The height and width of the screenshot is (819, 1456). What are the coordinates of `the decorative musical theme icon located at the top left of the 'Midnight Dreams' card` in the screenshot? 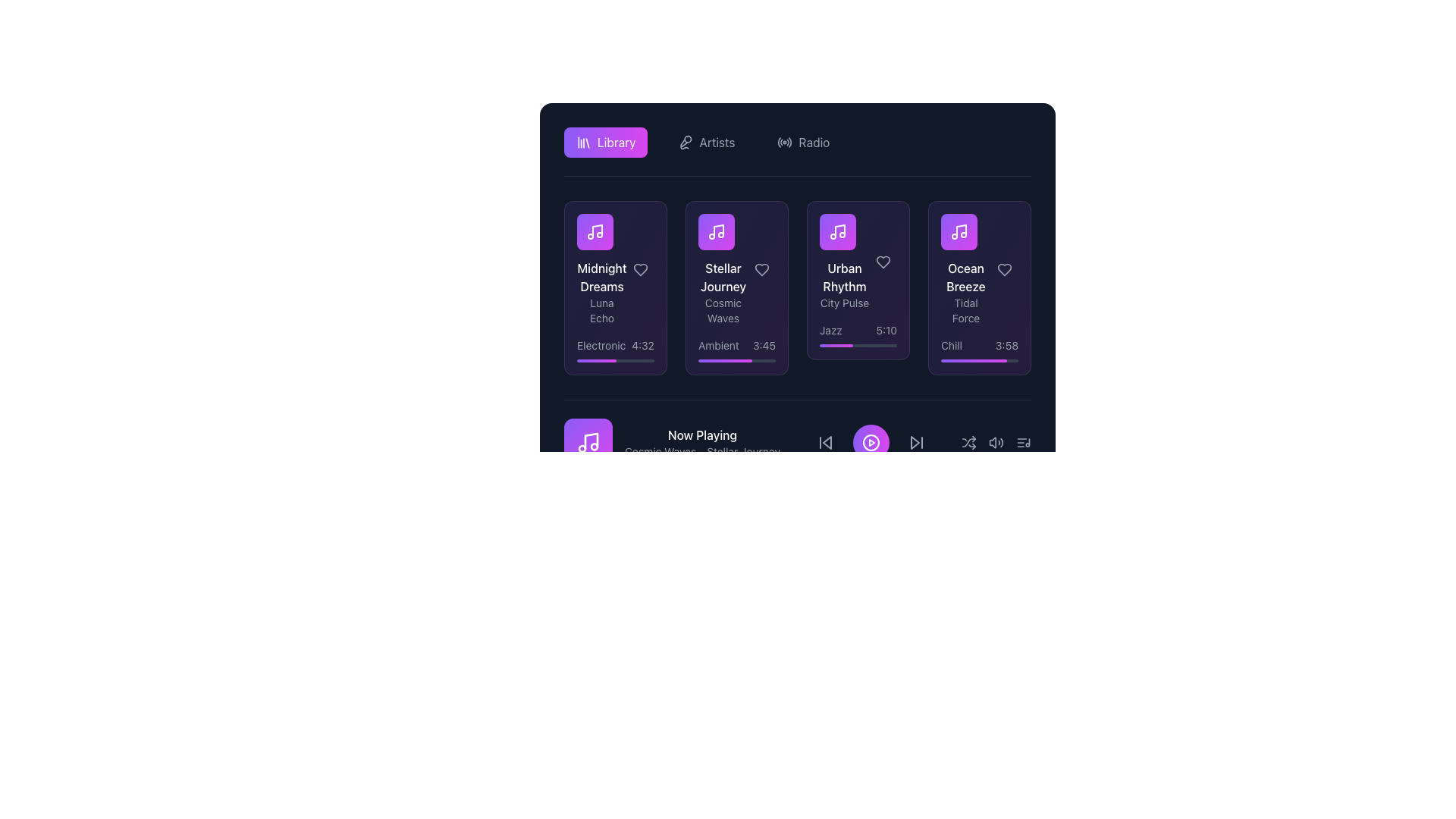 It's located at (596, 231).